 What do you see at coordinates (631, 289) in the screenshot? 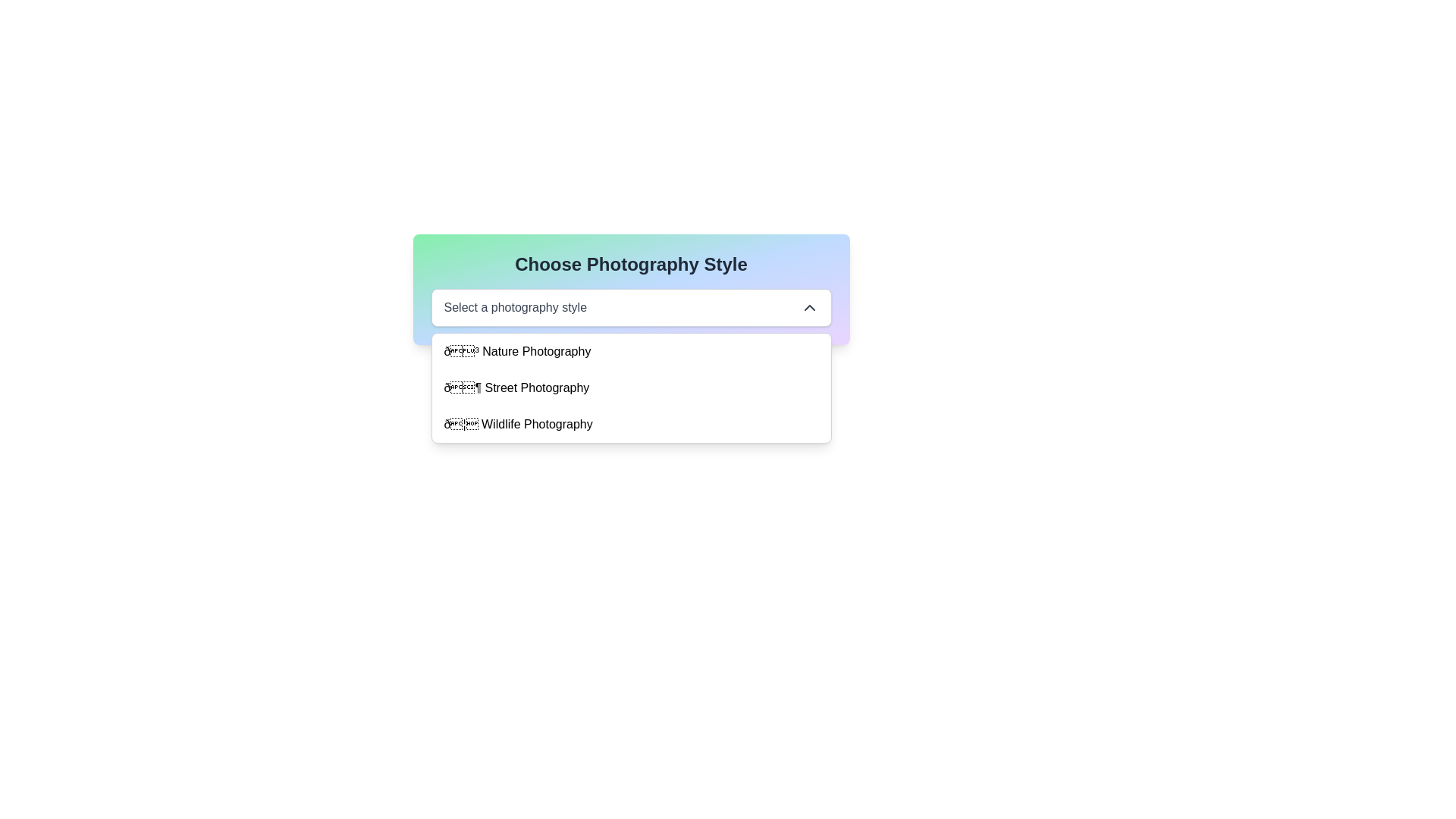
I see `the dropdown menu titled 'Choose Photography Style'` at bounding box center [631, 289].